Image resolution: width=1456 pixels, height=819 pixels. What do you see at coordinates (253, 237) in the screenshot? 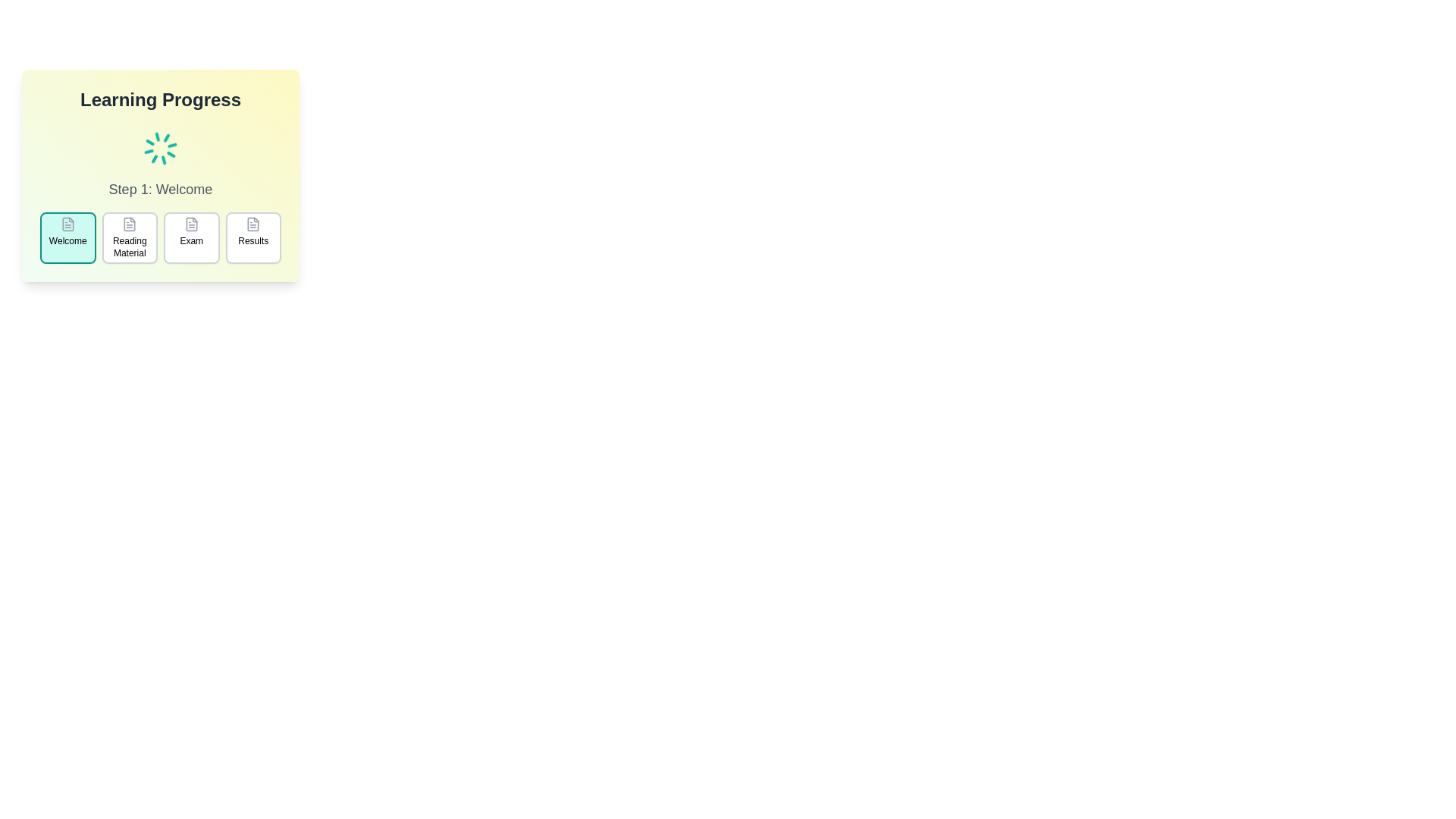
I see `the fourth button in the horizontal row under the 'Learning Progress' heading` at bounding box center [253, 237].